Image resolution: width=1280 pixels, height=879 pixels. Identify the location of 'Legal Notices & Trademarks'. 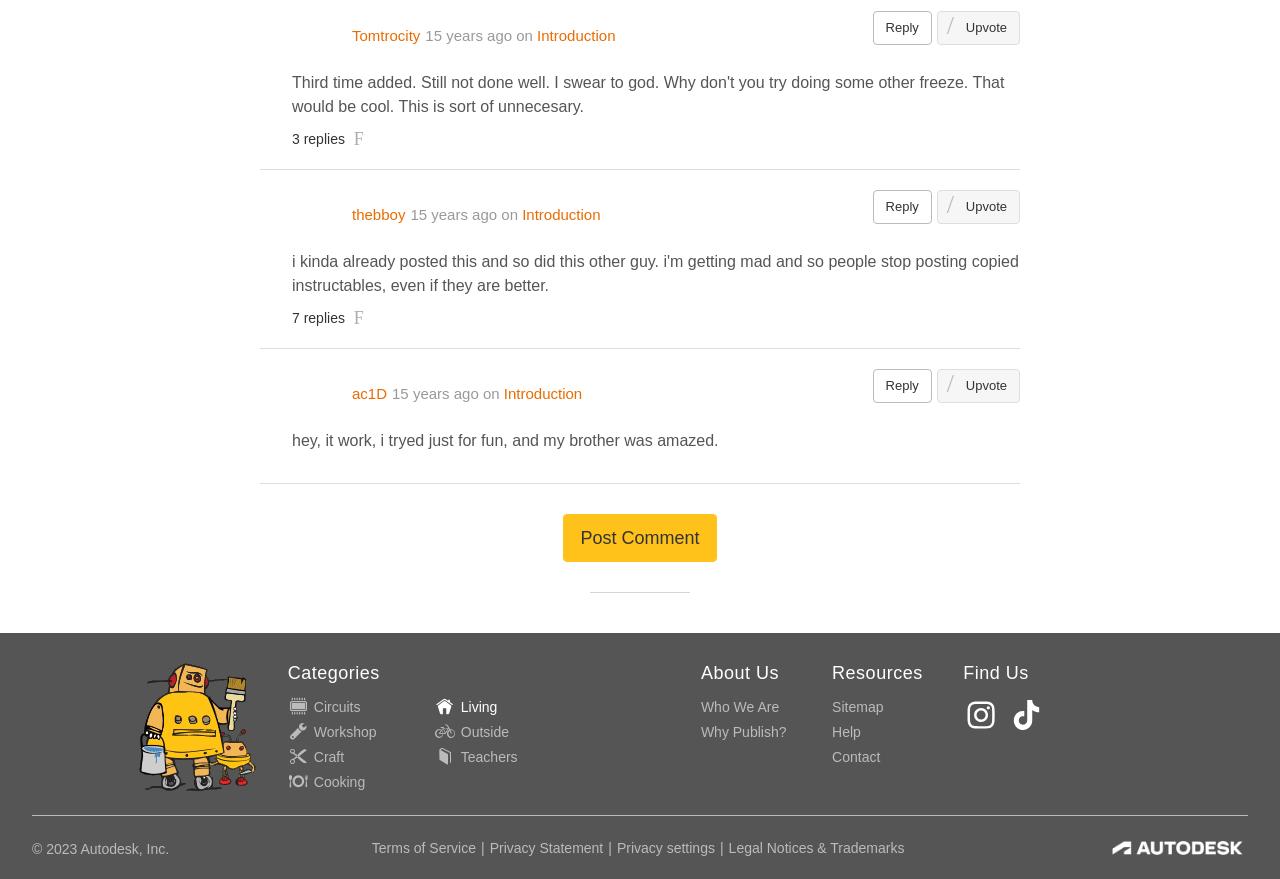
(816, 847).